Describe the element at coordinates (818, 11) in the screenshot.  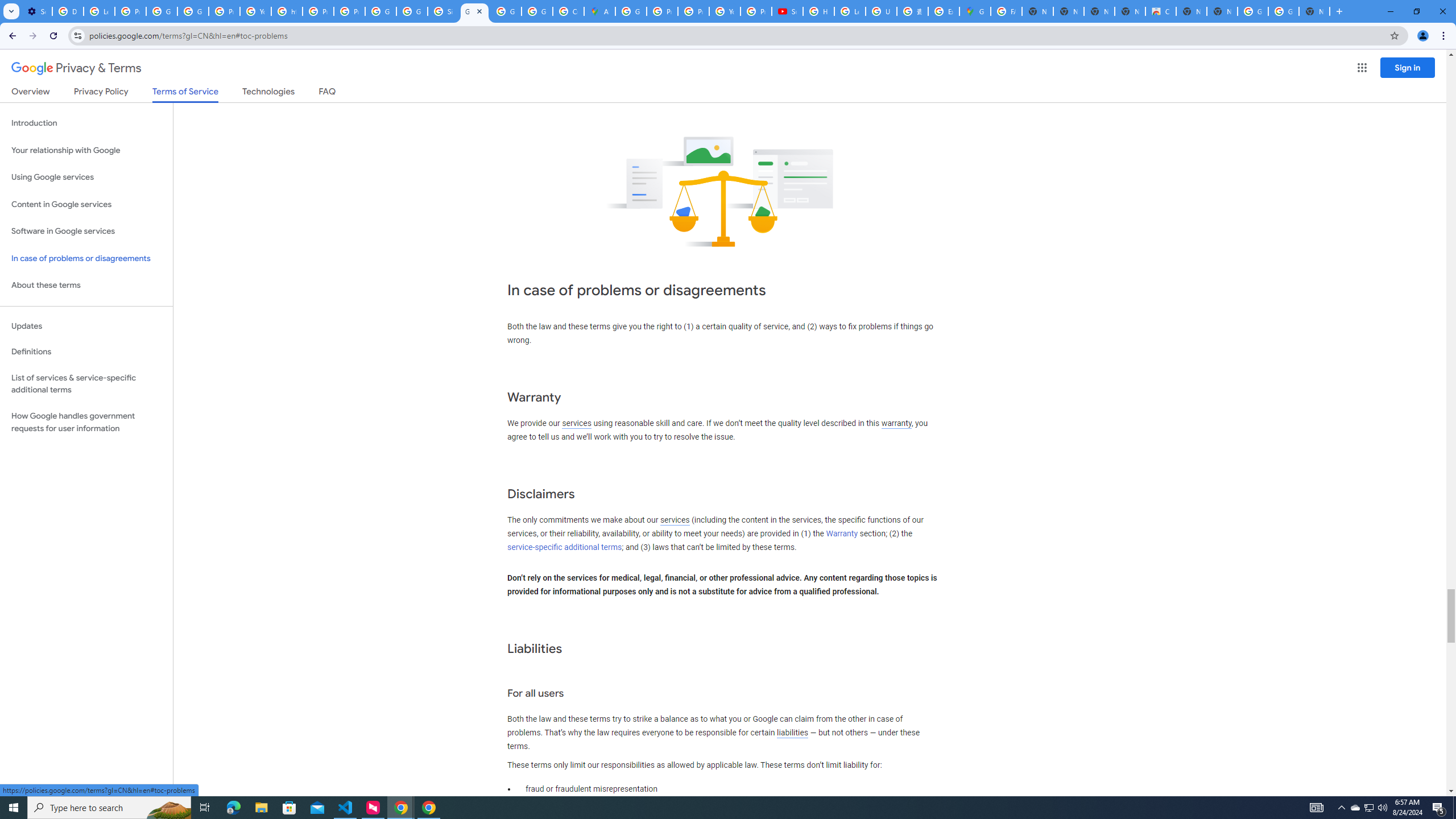
I see `'How Chrome protects your passwords - Google Chrome Help'` at that location.